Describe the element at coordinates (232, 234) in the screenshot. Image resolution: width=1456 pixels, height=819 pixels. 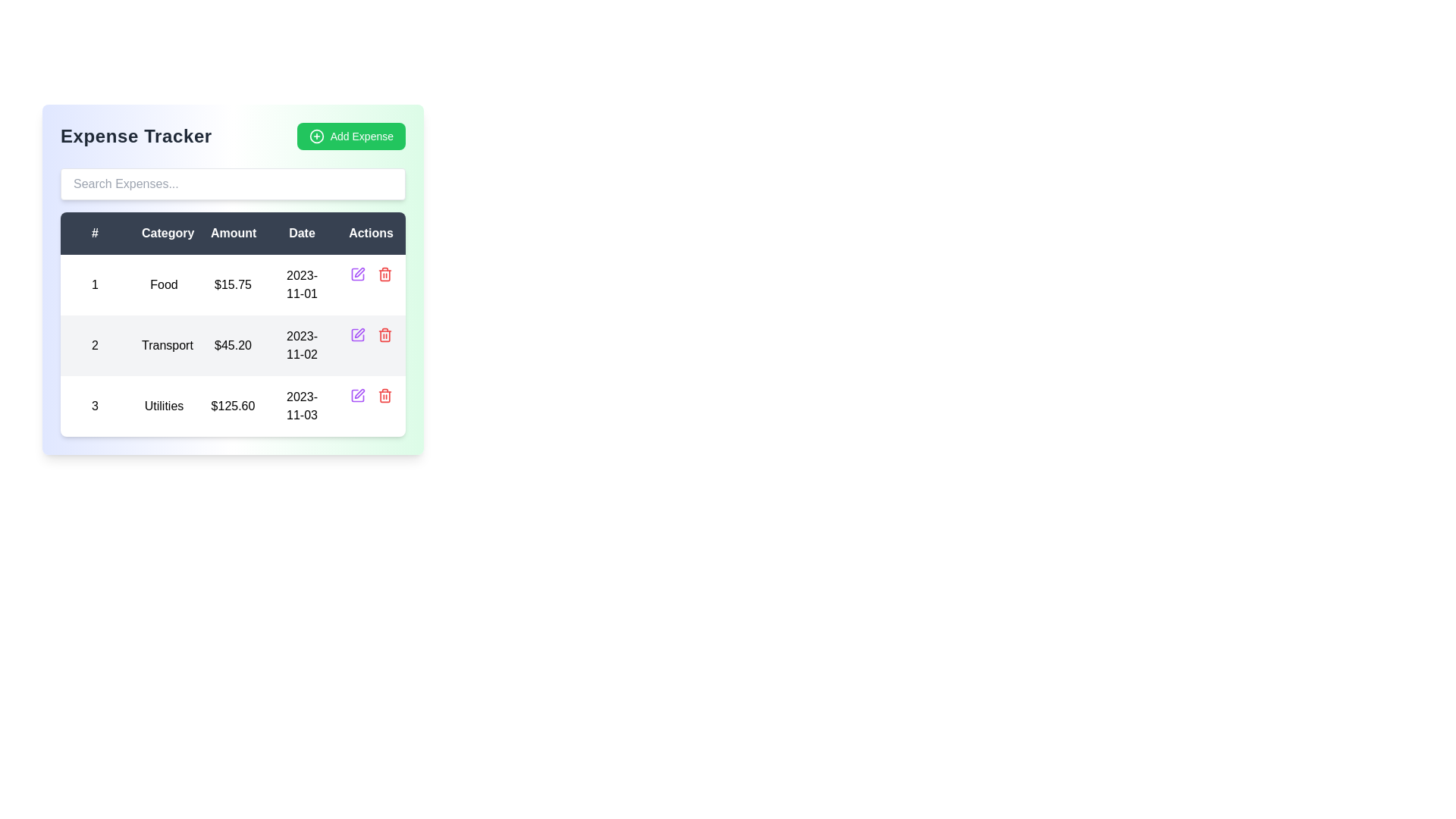
I see `the 'Amount' text label, which is the third column header in the table header row, styled in white font on a dark background` at that location.